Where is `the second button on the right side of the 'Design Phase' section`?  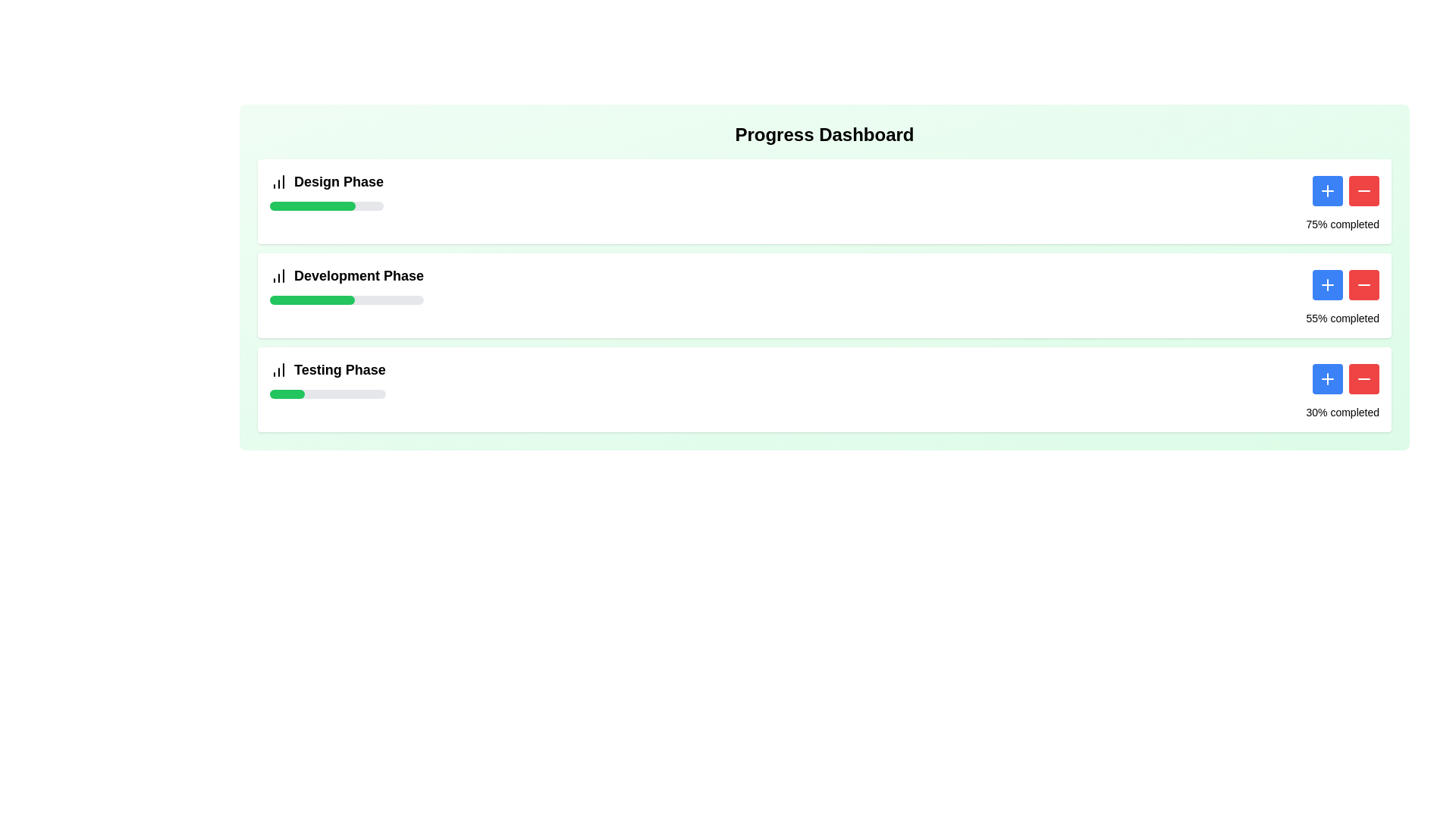 the second button on the right side of the 'Design Phase' section is located at coordinates (1364, 190).